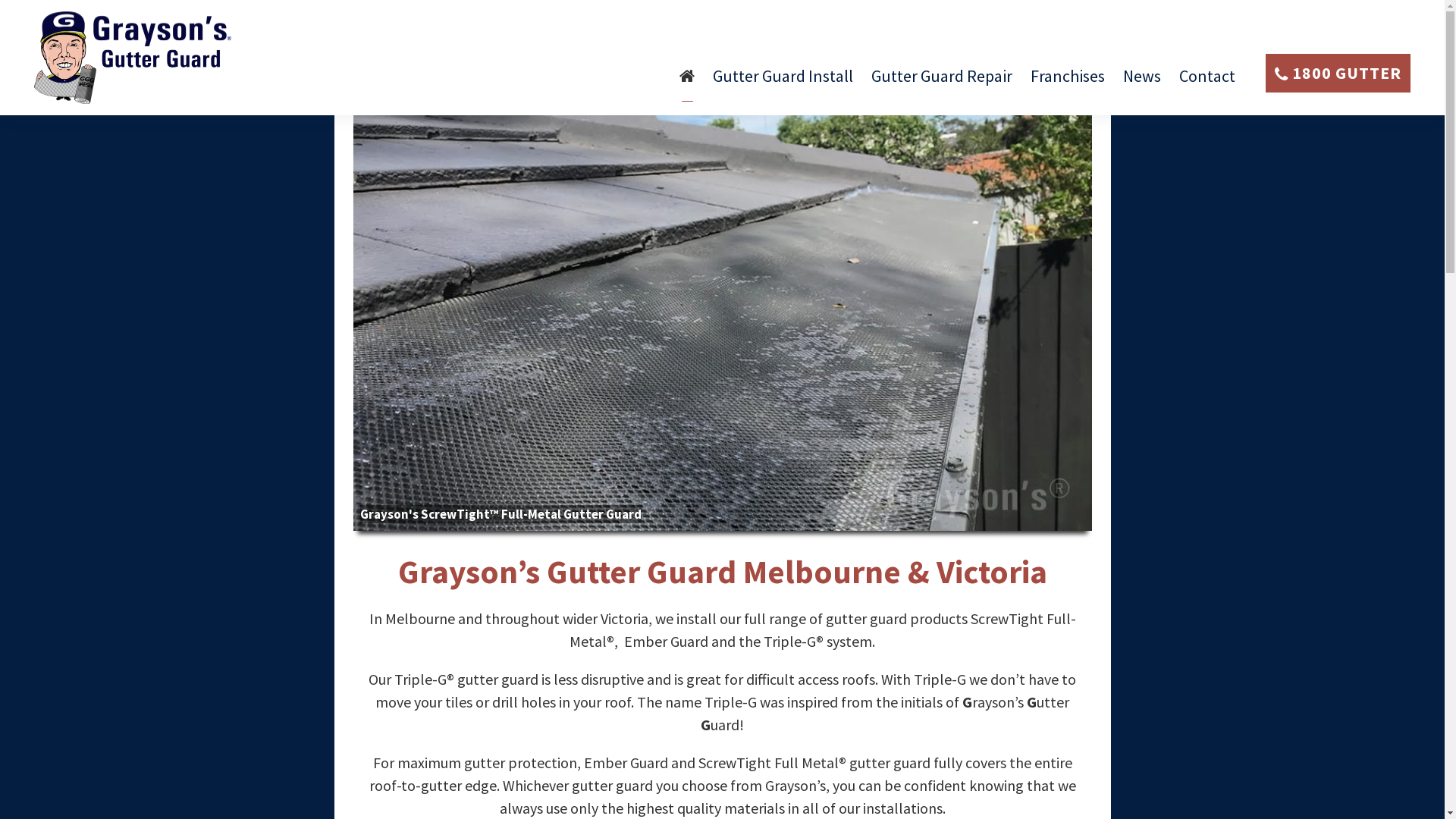 This screenshot has height=819, width=1456. Describe the element at coordinates (1066, 82) in the screenshot. I see `'Franchises'` at that location.